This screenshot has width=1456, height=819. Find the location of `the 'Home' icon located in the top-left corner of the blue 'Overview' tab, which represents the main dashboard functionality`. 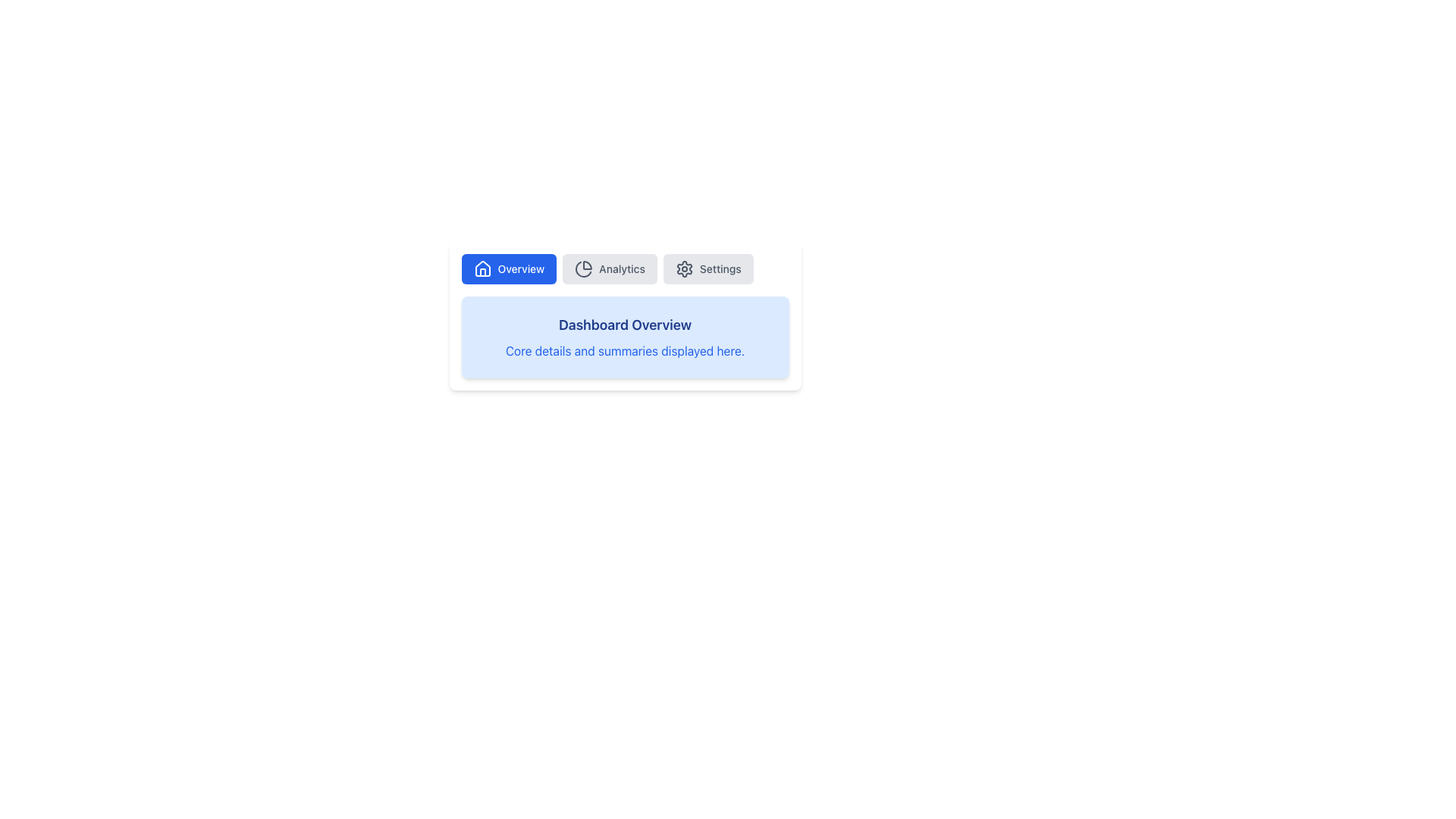

the 'Home' icon located in the top-left corner of the blue 'Overview' tab, which represents the main dashboard functionality is located at coordinates (482, 268).